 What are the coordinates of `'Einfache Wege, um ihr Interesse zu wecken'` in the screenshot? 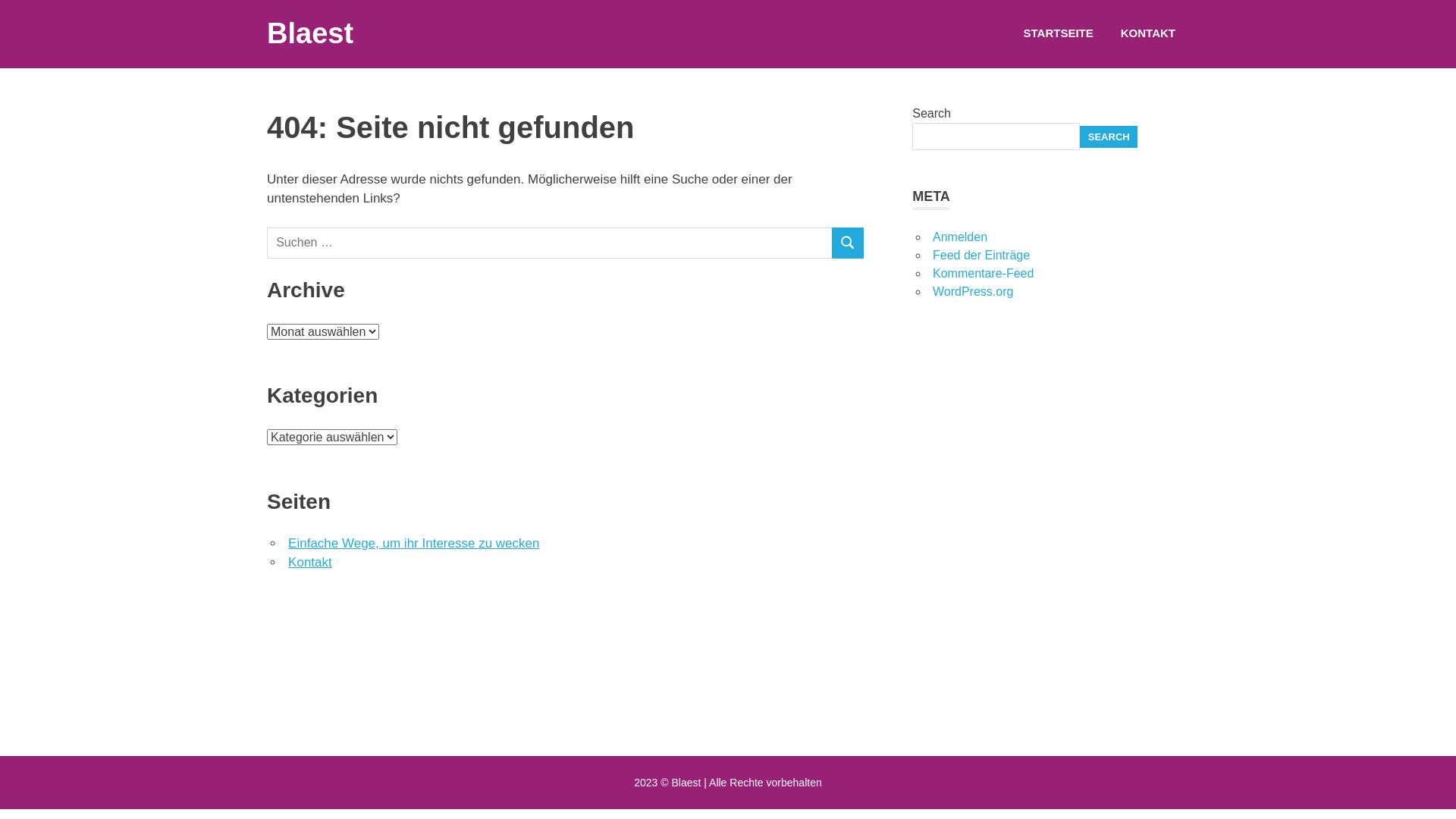 It's located at (413, 542).